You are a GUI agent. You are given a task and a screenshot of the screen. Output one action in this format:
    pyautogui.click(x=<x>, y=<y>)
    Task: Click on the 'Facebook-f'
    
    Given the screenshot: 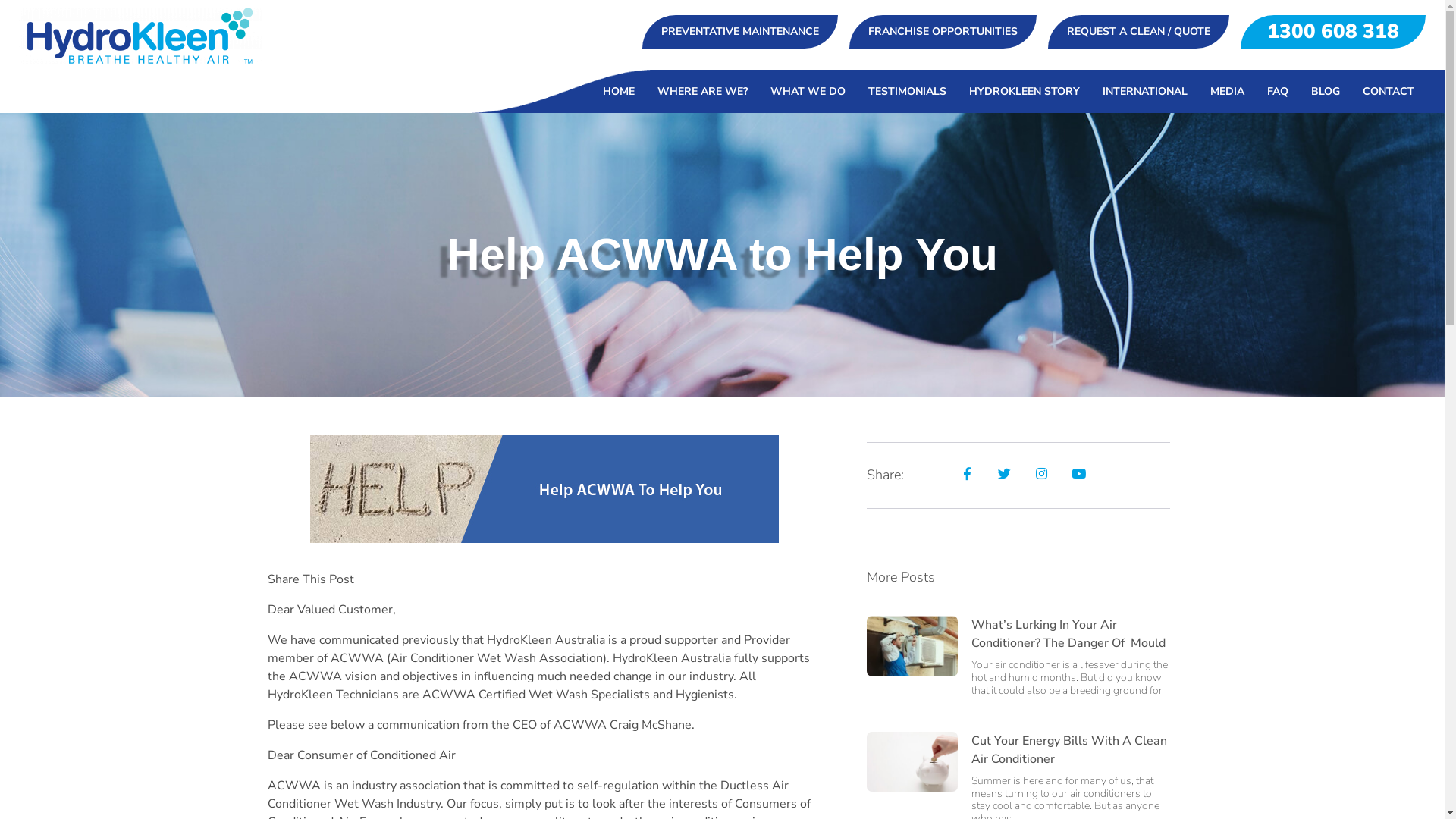 What is the action you would take?
    pyautogui.click(x=952, y=472)
    